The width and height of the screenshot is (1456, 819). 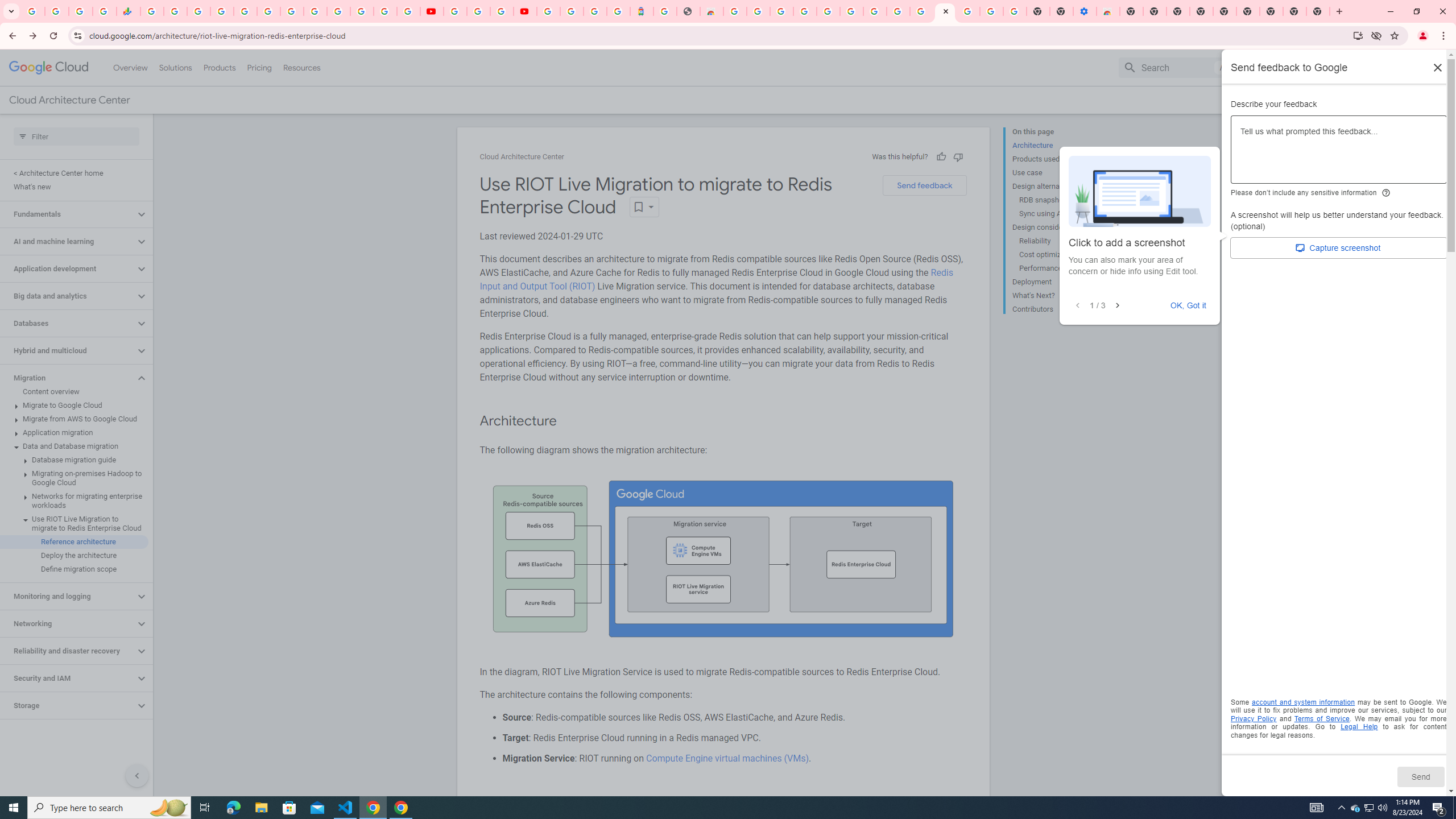 What do you see at coordinates (1358, 727) in the screenshot?
I see `'Opens in a new tab. Legal Help'` at bounding box center [1358, 727].